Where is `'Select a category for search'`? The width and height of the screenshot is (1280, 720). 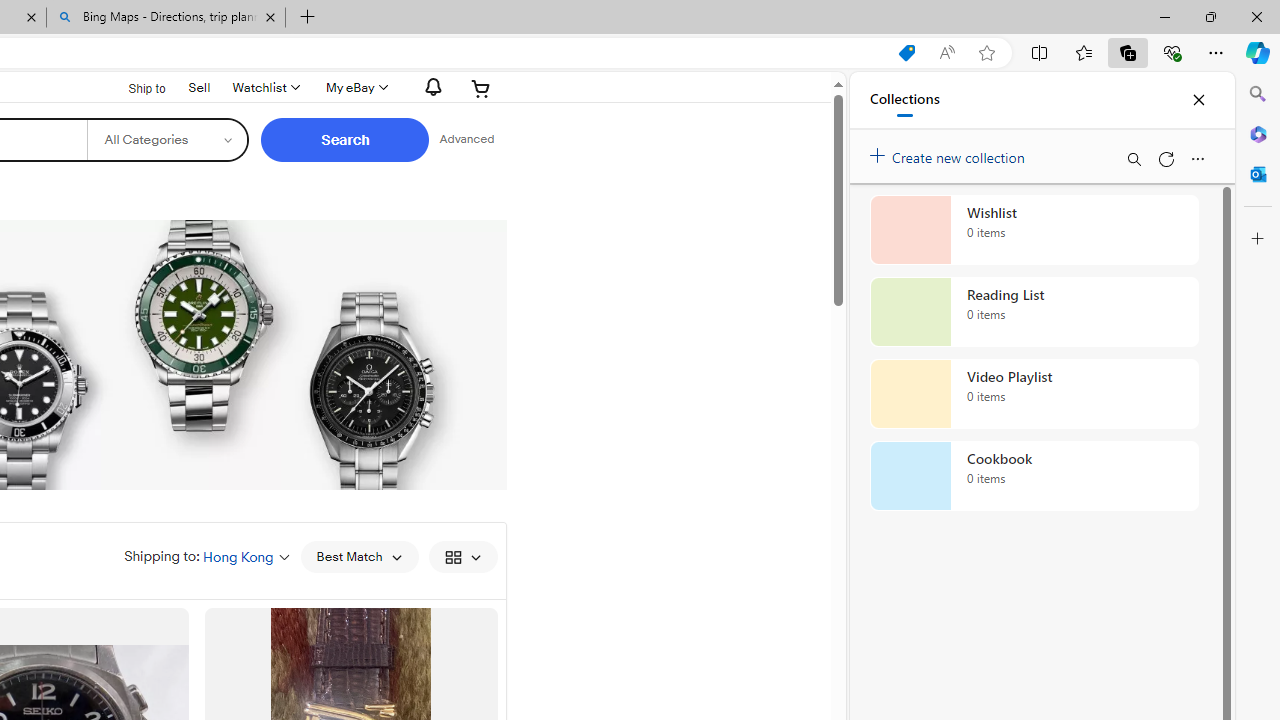
'Select a category for search' is located at coordinates (167, 139).